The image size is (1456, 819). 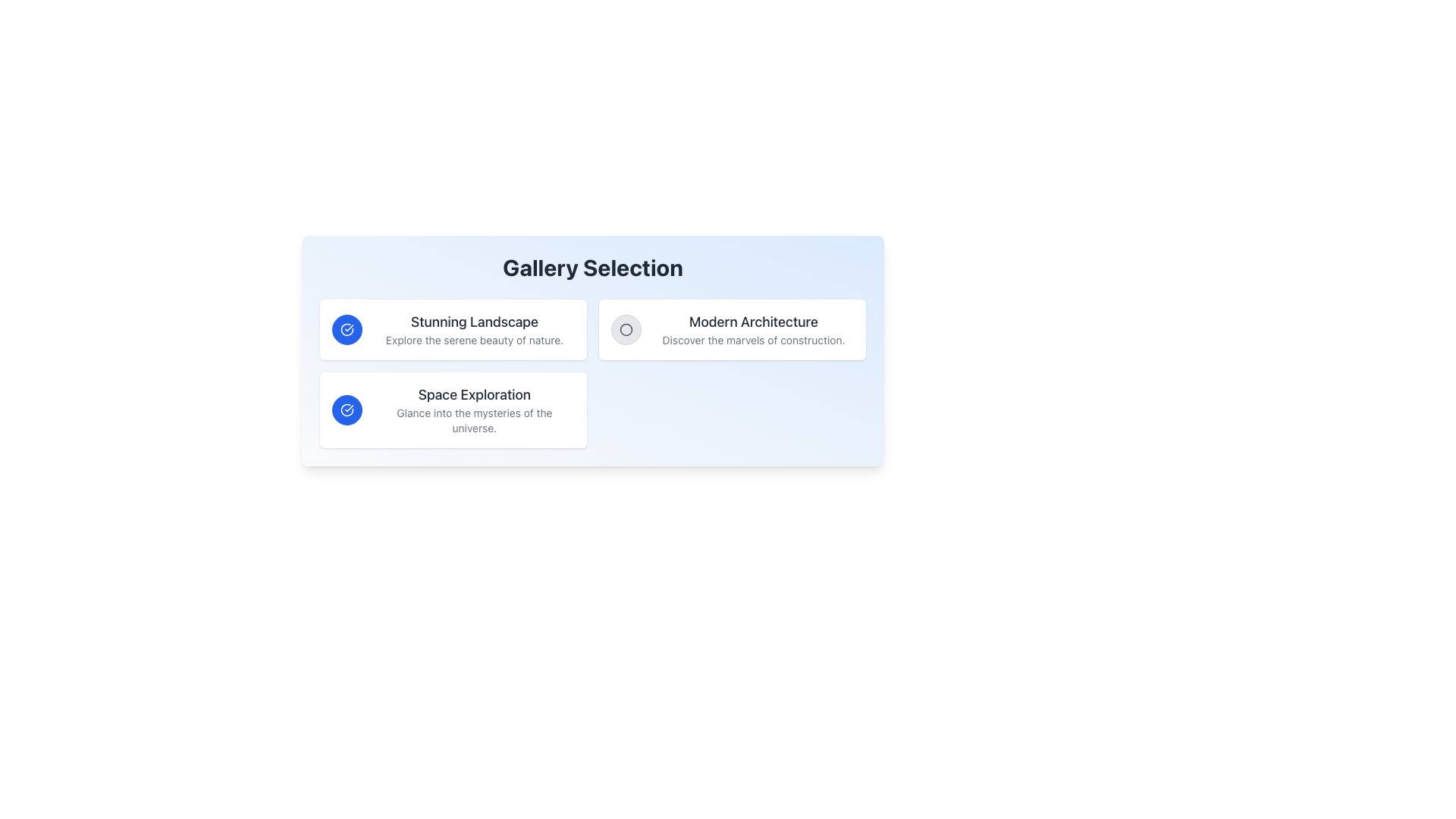 What do you see at coordinates (626, 329) in the screenshot?
I see `the circular icon with a subtle 3D embossed design, which is the second item in the top row of a grid layout` at bounding box center [626, 329].